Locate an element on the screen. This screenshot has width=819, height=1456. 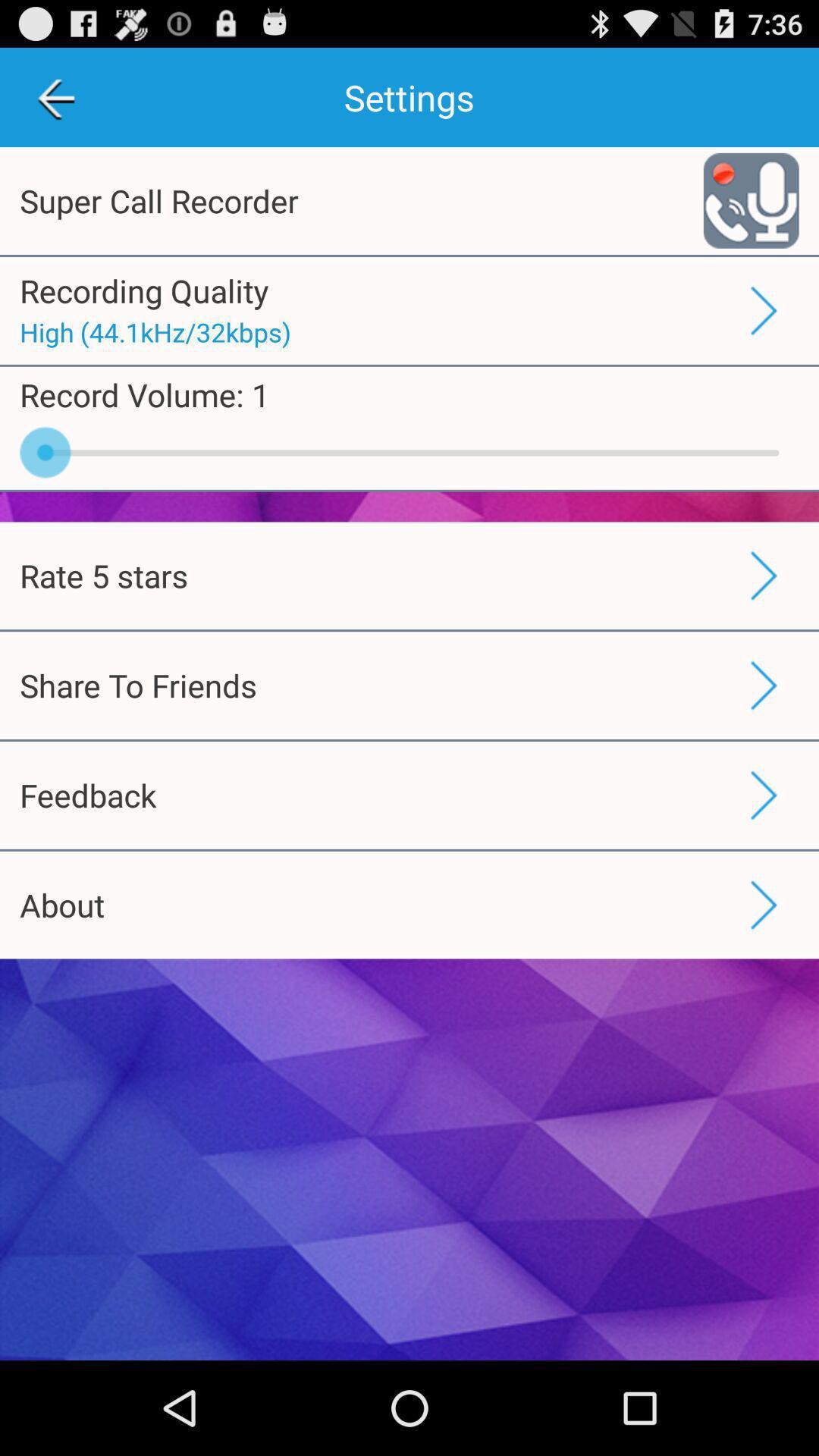
the icon above super call recorder app is located at coordinates (55, 96).